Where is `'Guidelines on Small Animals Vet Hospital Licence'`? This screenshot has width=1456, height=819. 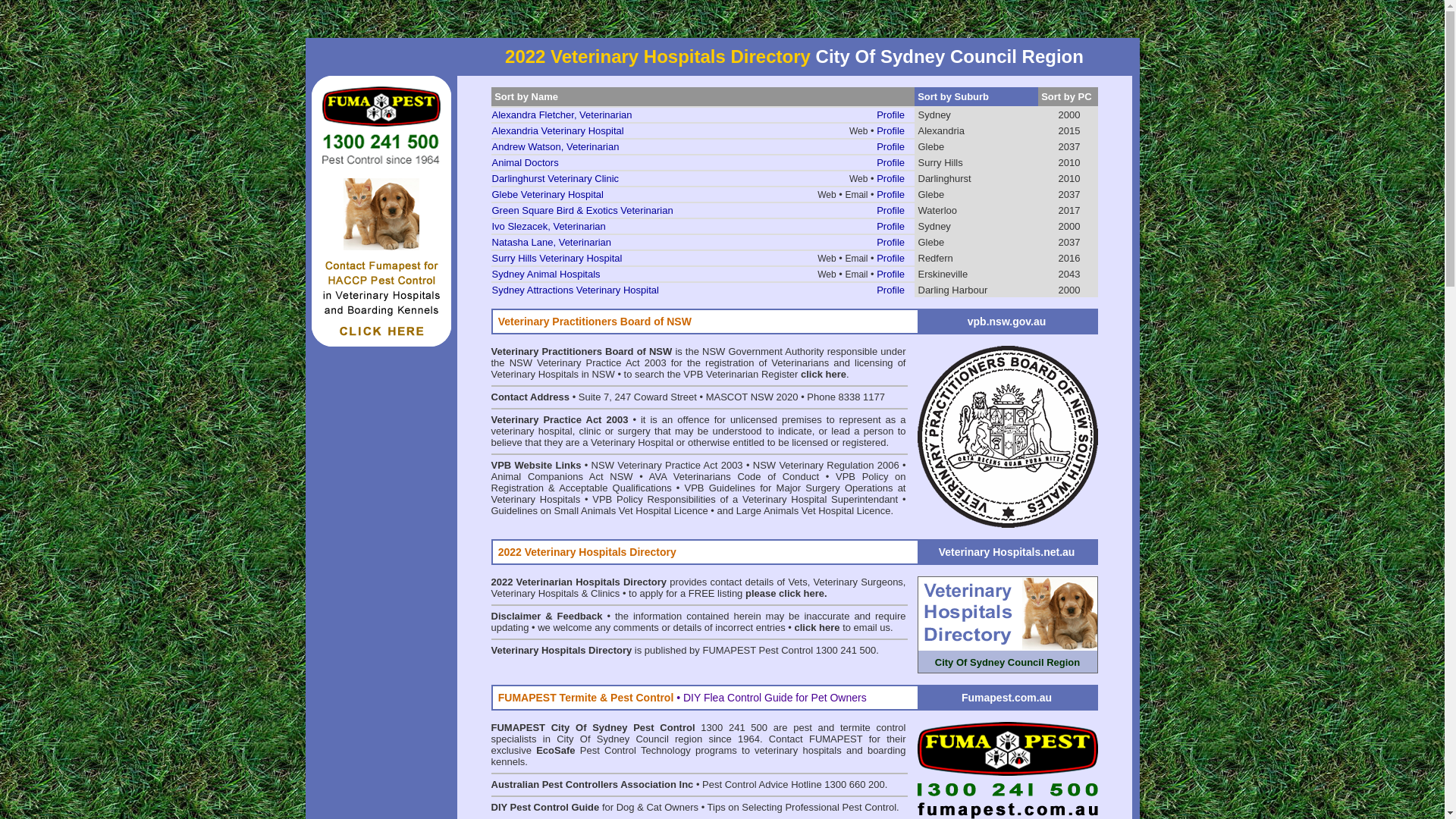
'Guidelines on Small Animals Vet Hospital Licence' is located at coordinates (599, 510).